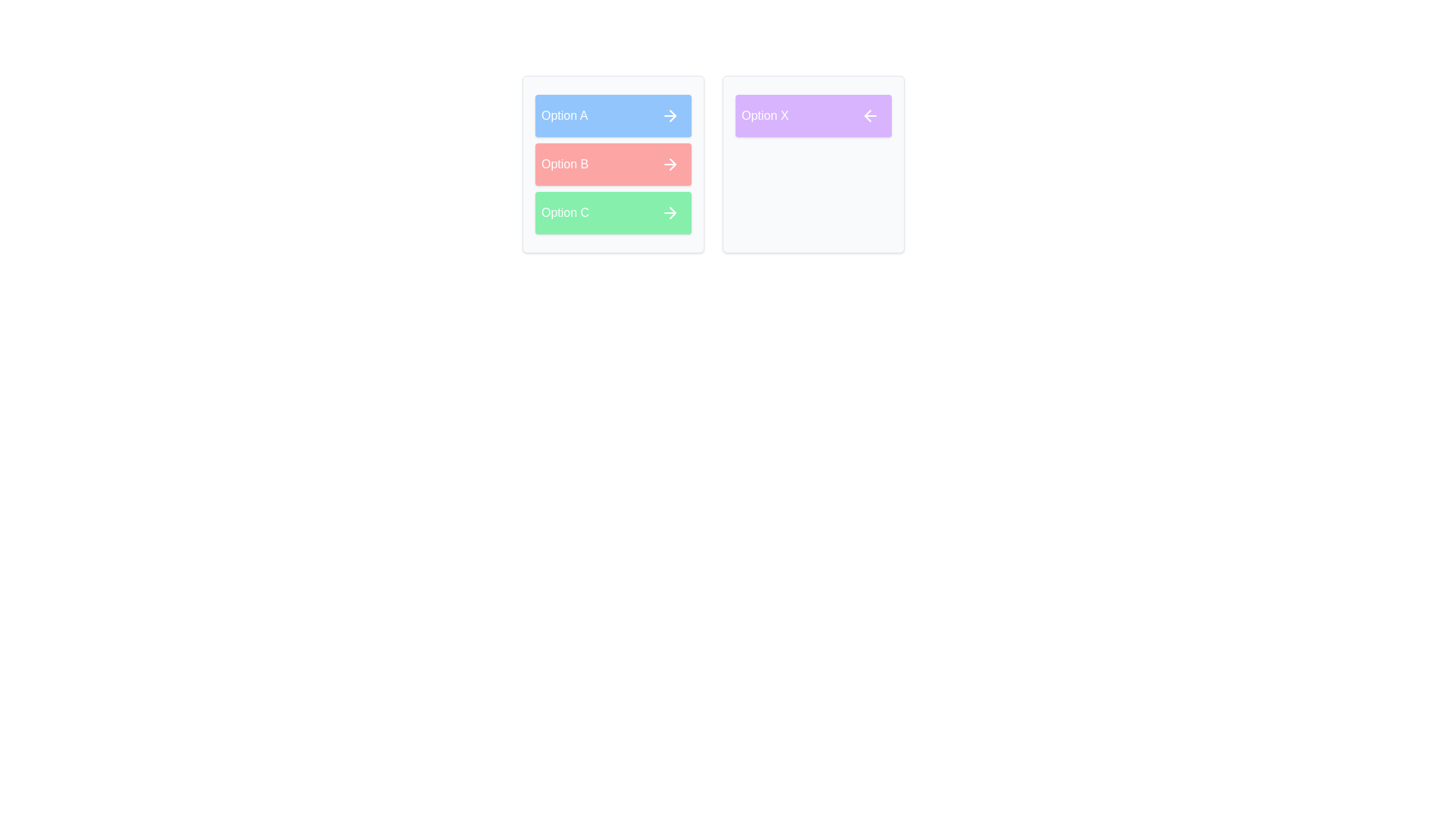 This screenshot has height=819, width=1456. What do you see at coordinates (669, 164) in the screenshot?
I see `'Move to Right' button for the item Option B in the source list` at bounding box center [669, 164].